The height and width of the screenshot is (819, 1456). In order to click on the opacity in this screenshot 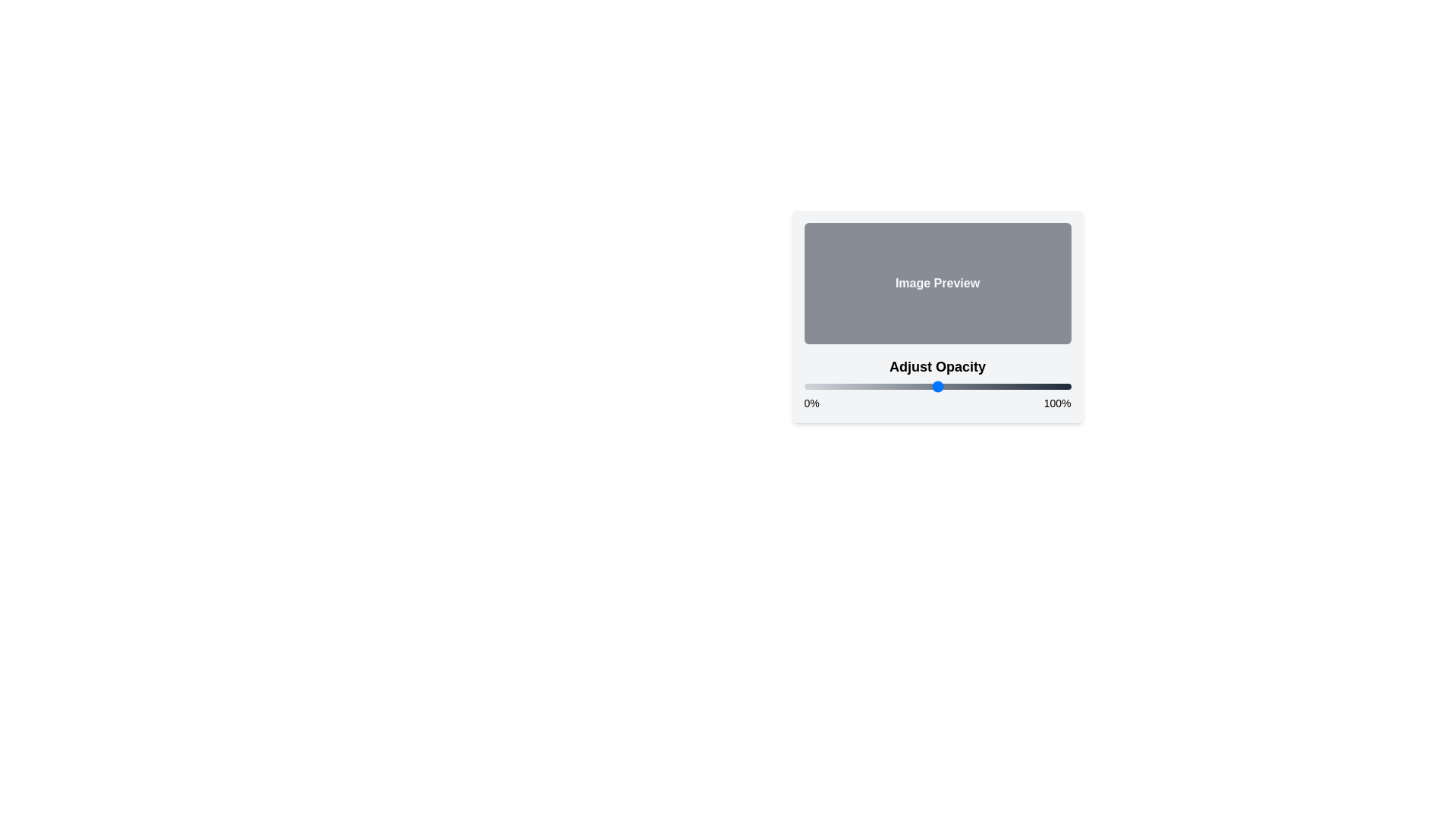, I will do `click(833, 385)`.